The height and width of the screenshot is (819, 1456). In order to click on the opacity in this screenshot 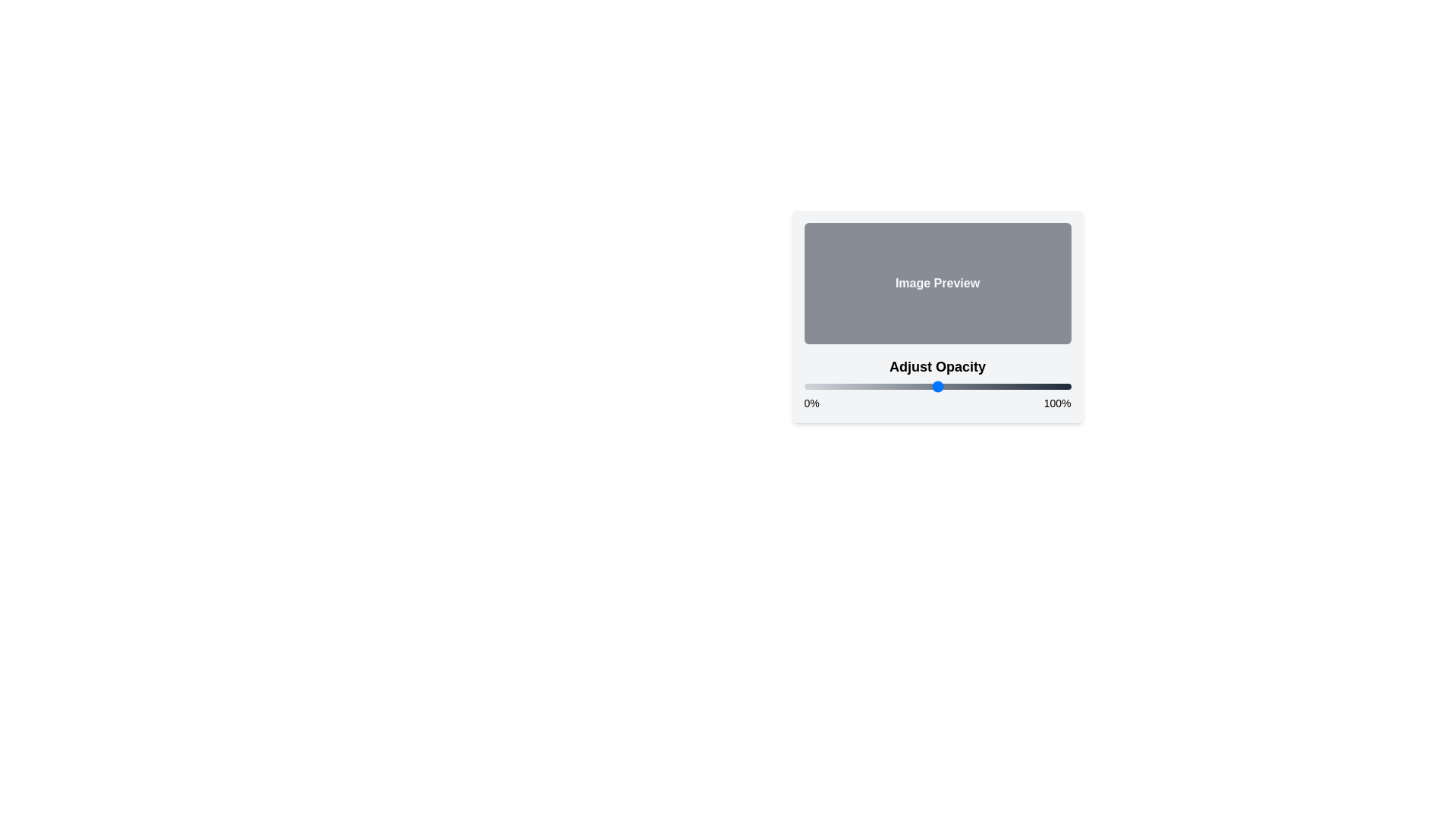, I will do `click(833, 385)`.